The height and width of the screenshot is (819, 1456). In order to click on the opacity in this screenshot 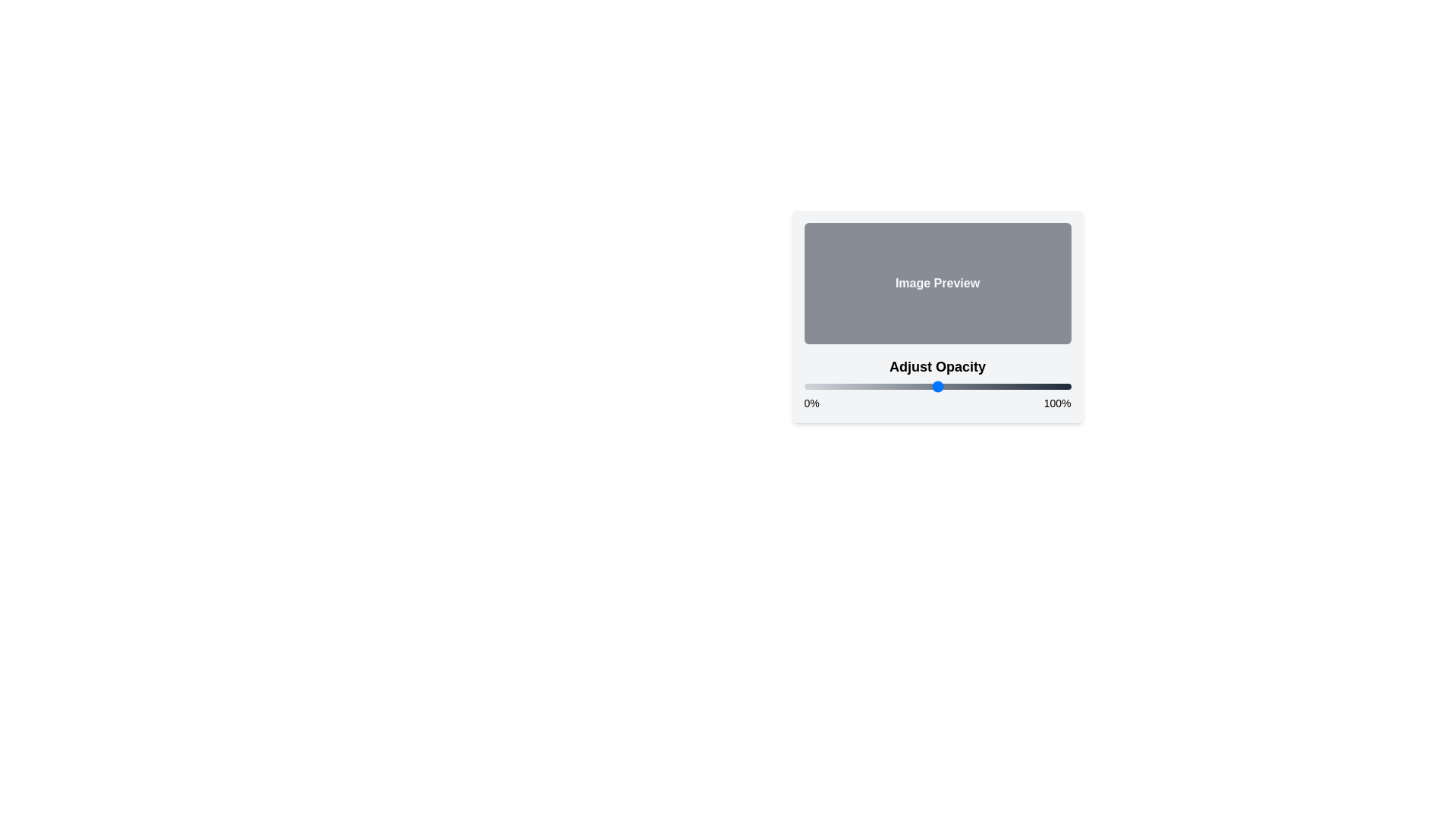, I will do `click(833, 385)`.